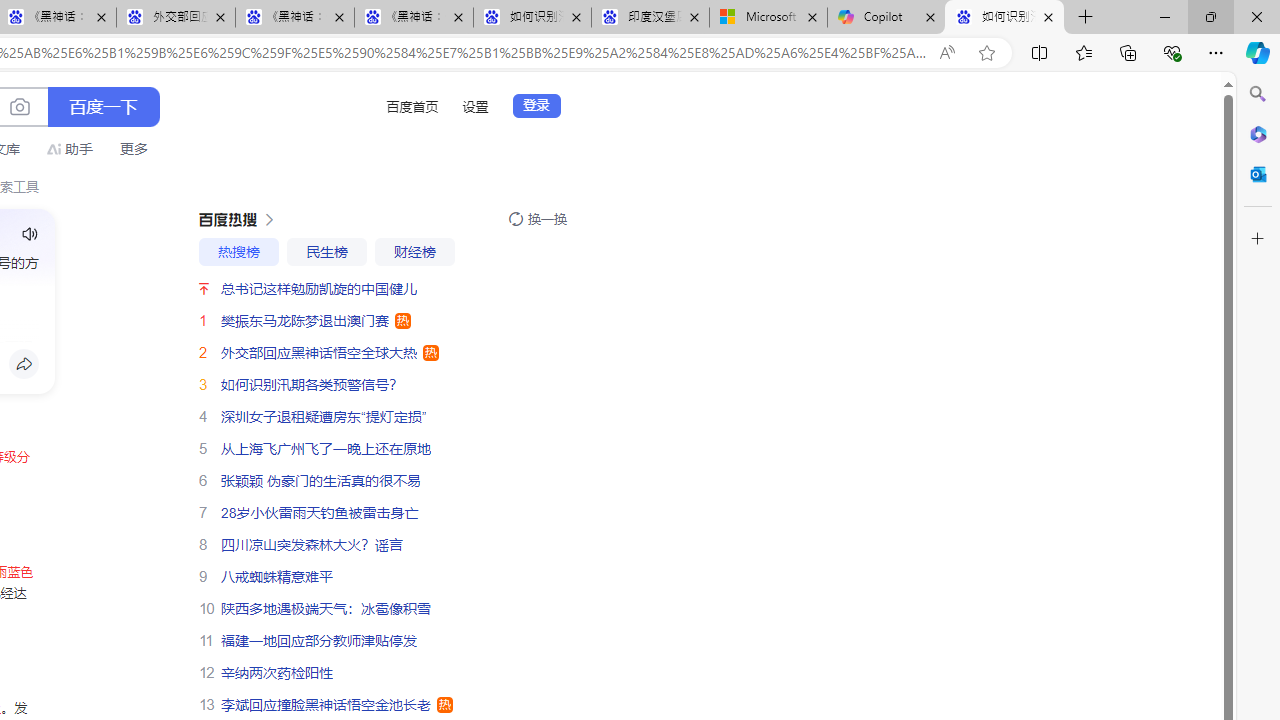 This screenshot has height=720, width=1280. I want to click on 'Copilot', so click(885, 17).